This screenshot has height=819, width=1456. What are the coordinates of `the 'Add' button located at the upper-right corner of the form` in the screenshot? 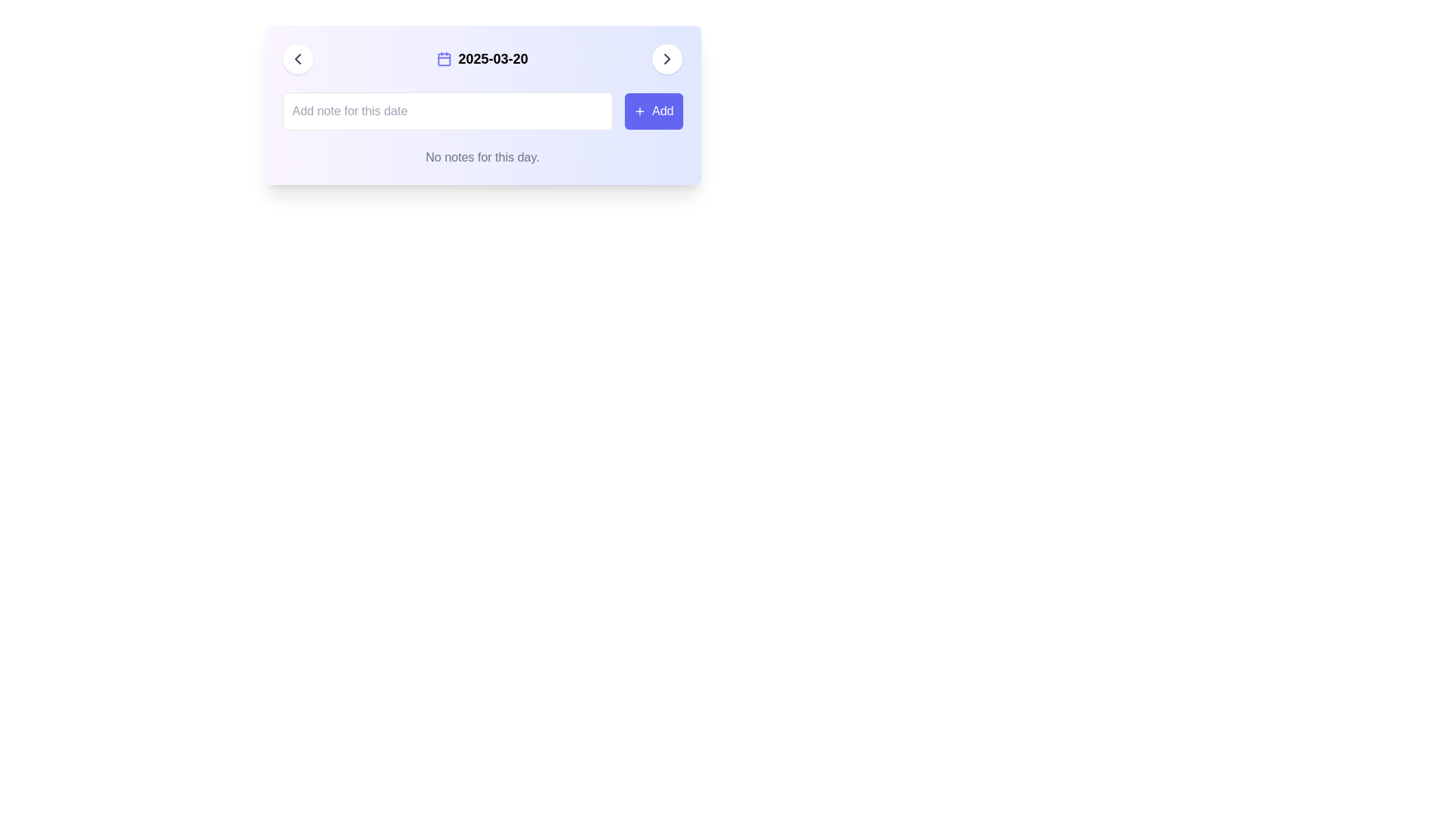 It's located at (640, 110).